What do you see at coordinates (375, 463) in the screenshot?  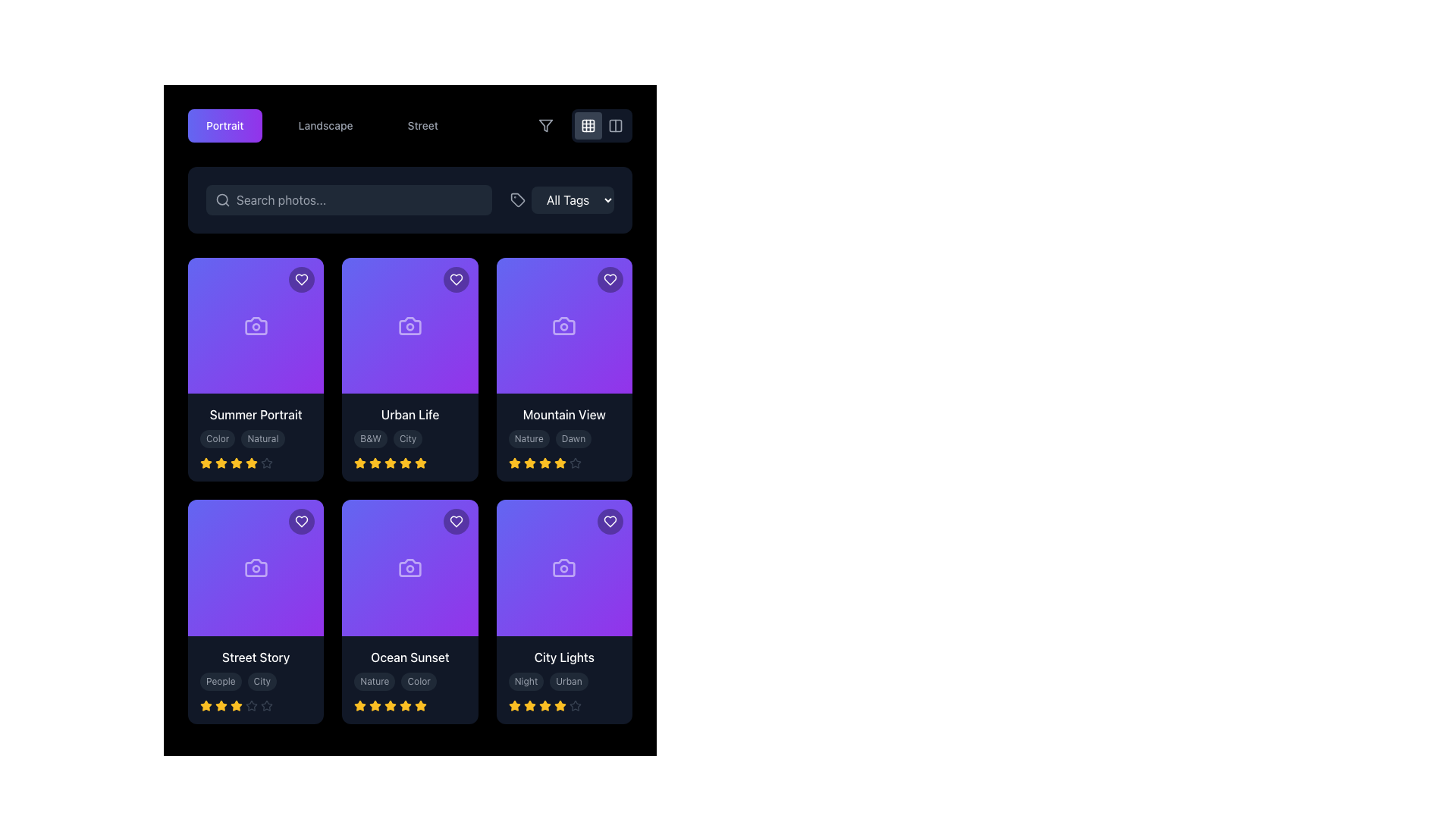 I see `the fourth star in the rating system for the 'Urban Life' card` at bounding box center [375, 463].